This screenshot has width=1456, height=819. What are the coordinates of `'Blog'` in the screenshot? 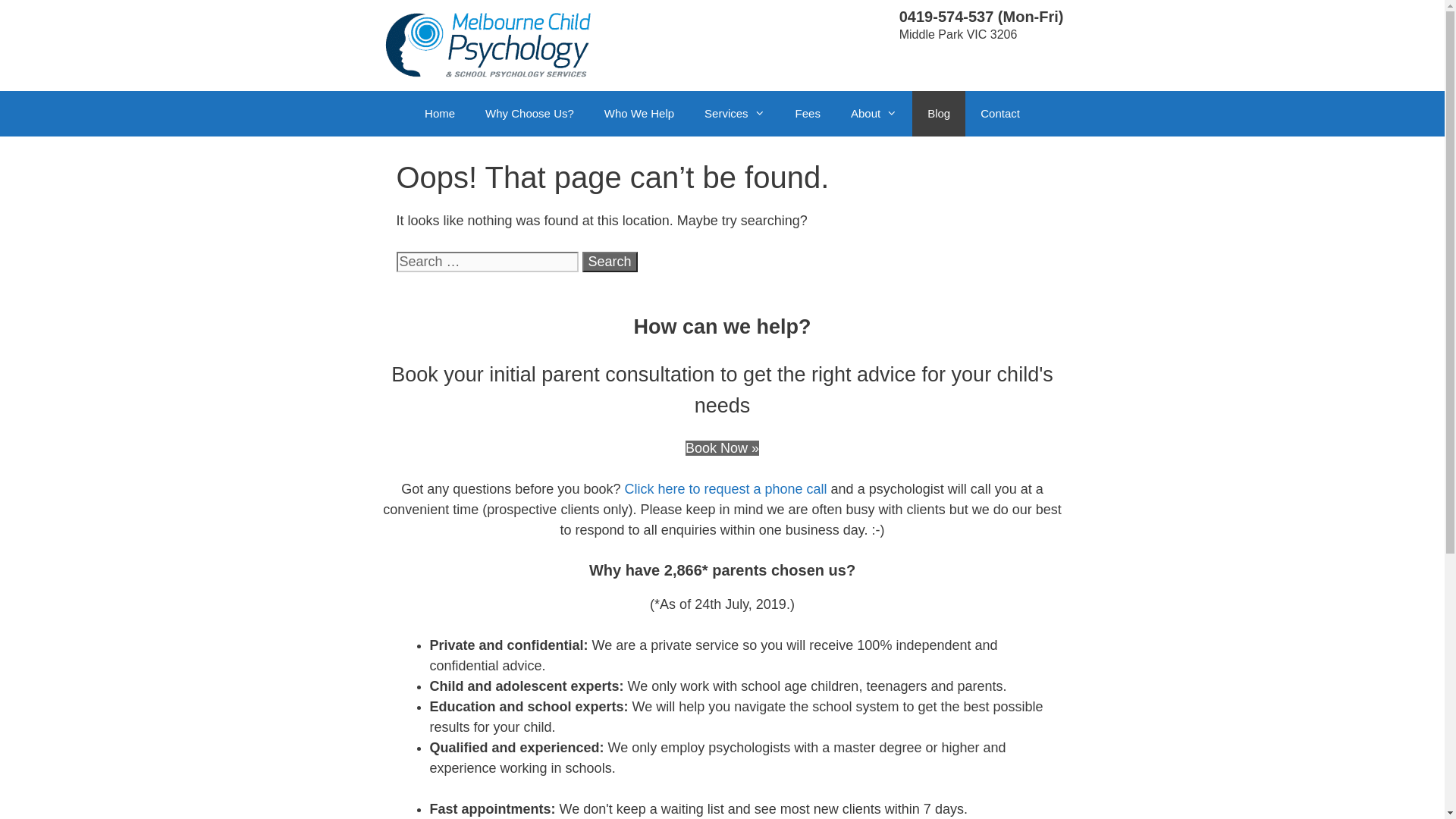 It's located at (938, 113).